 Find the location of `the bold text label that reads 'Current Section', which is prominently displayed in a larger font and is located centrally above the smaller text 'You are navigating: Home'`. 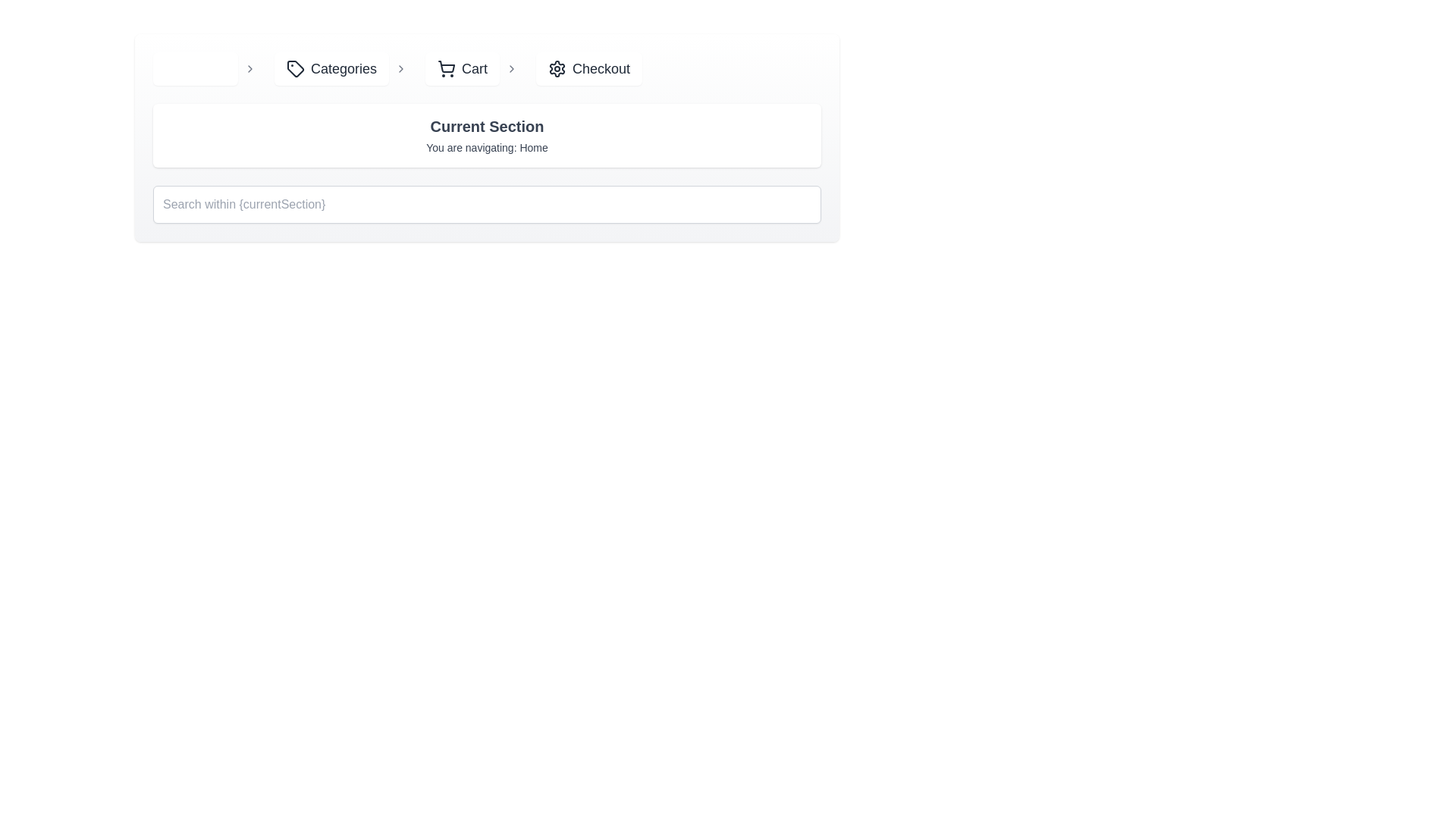

the bold text label that reads 'Current Section', which is prominently displayed in a larger font and is located centrally above the smaller text 'You are navigating: Home' is located at coordinates (487, 125).